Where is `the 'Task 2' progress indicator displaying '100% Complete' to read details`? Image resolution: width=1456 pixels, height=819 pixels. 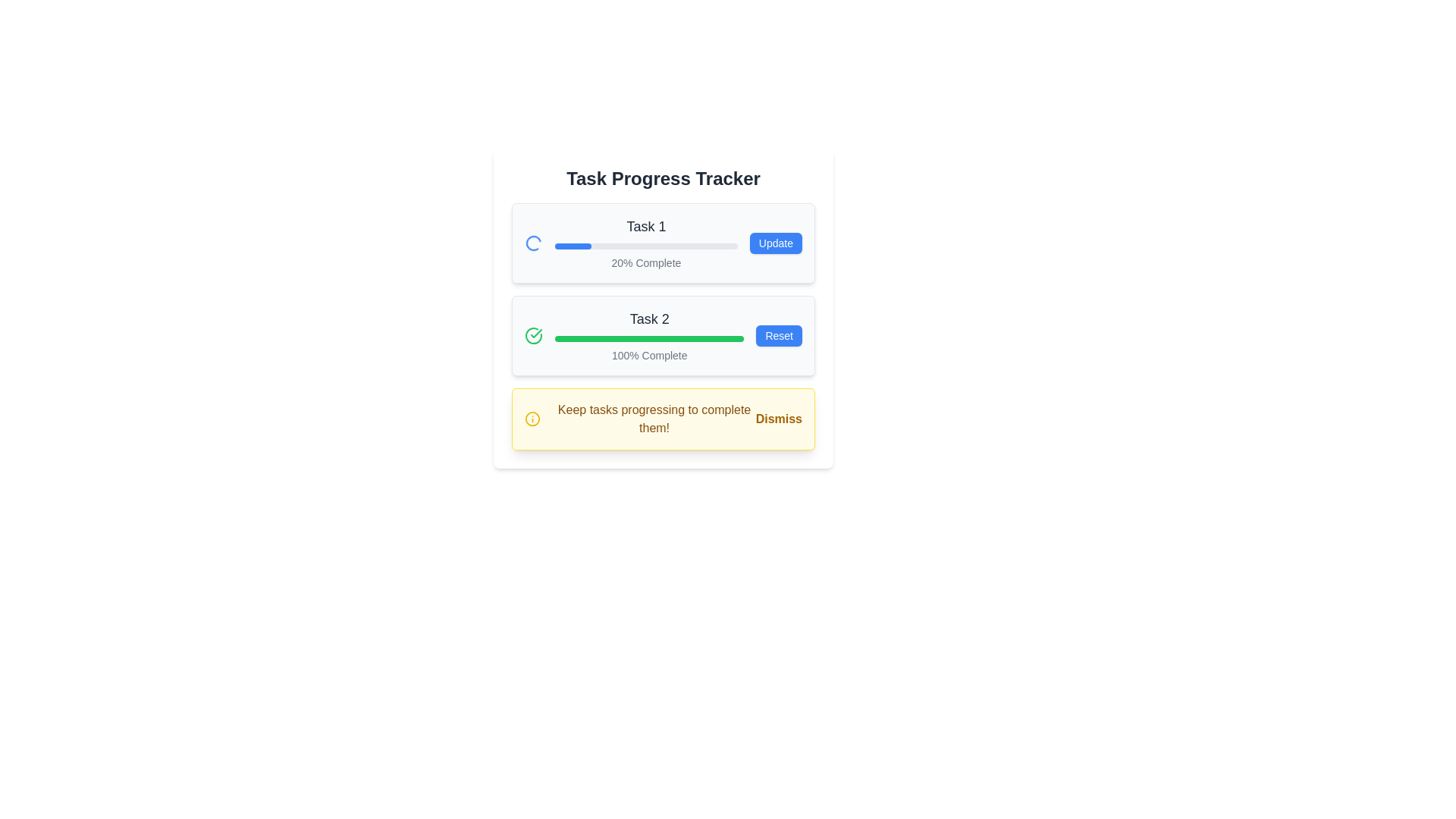 the 'Task 2' progress indicator displaying '100% Complete' to read details is located at coordinates (649, 335).